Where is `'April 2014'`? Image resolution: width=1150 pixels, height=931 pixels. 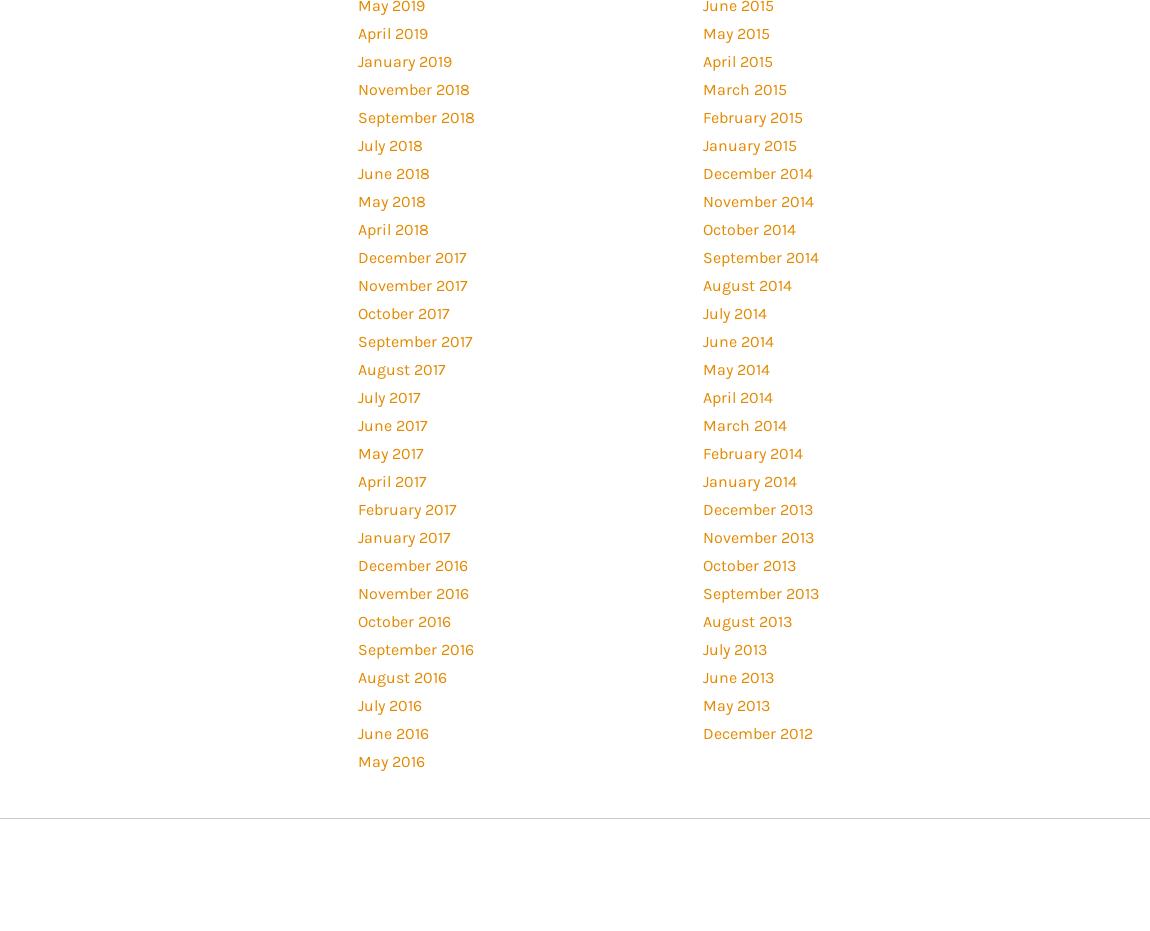
'April 2014' is located at coordinates (736, 396).